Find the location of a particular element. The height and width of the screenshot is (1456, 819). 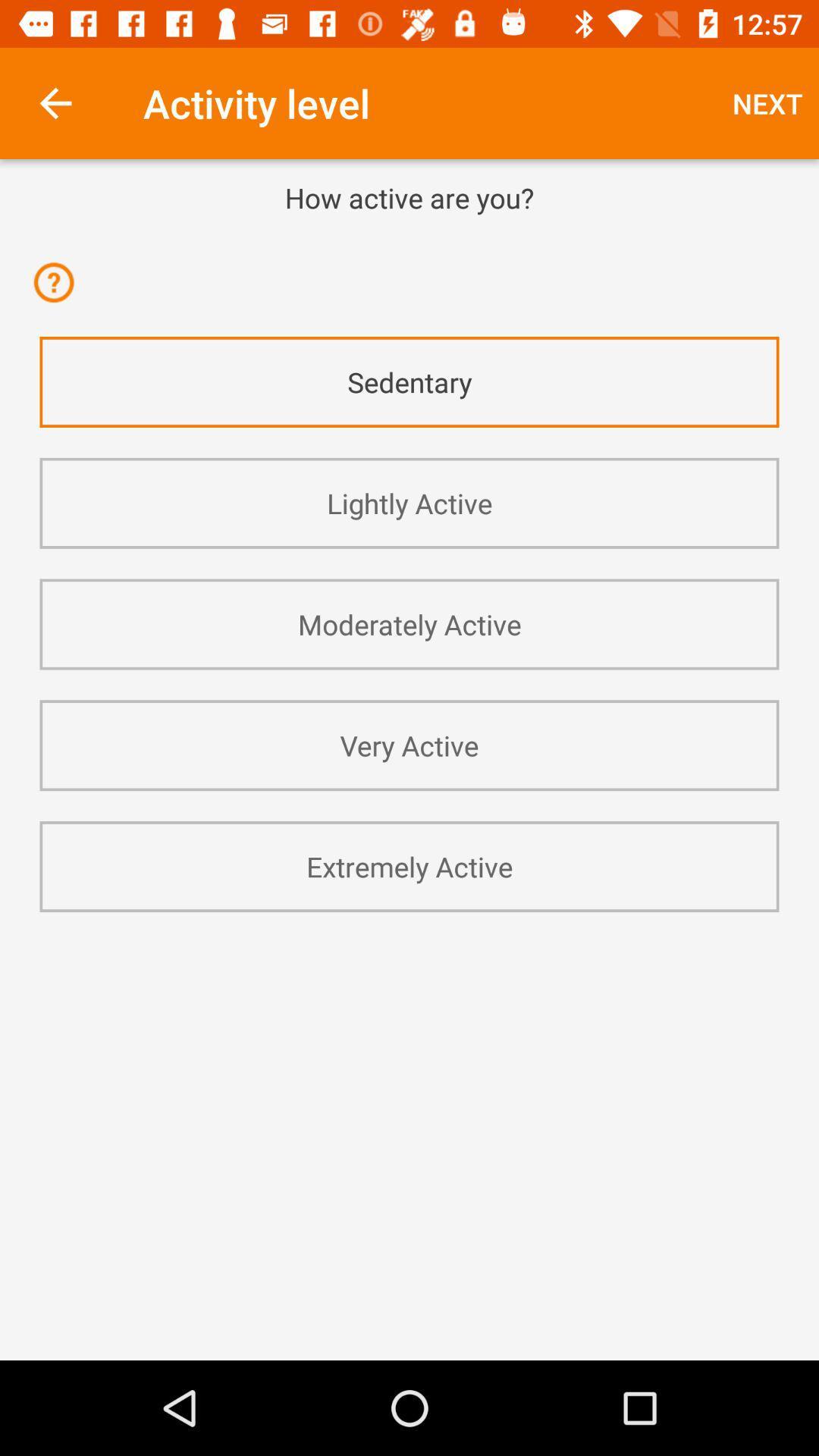

app below the moderately active app is located at coordinates (409, 745).